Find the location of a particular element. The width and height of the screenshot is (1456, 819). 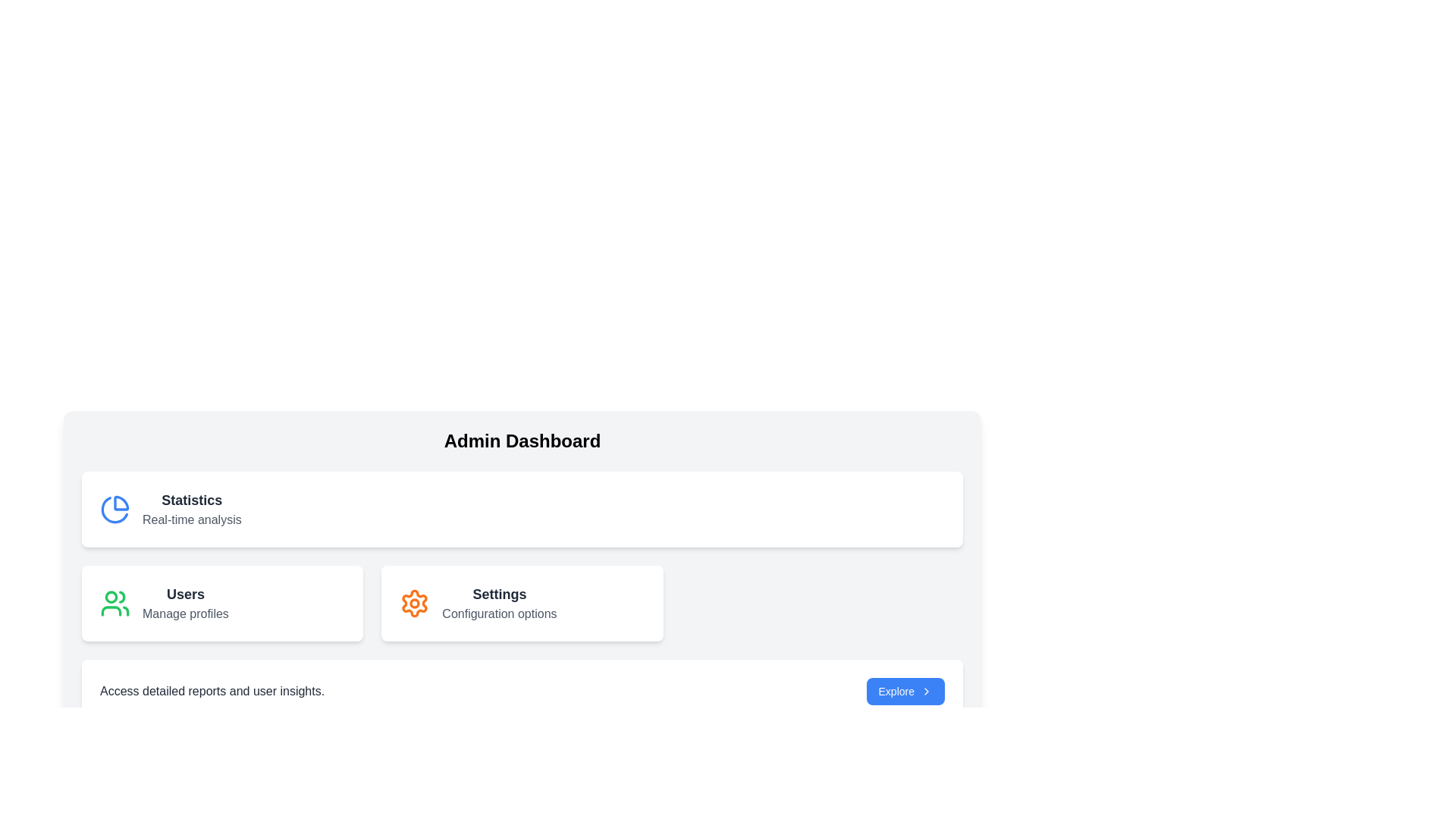

the 'Explore' button, which is a rectangular button with a vivid blue background and white text, located at the bottom-right corner of the panel is located at coordinates (905, 691).